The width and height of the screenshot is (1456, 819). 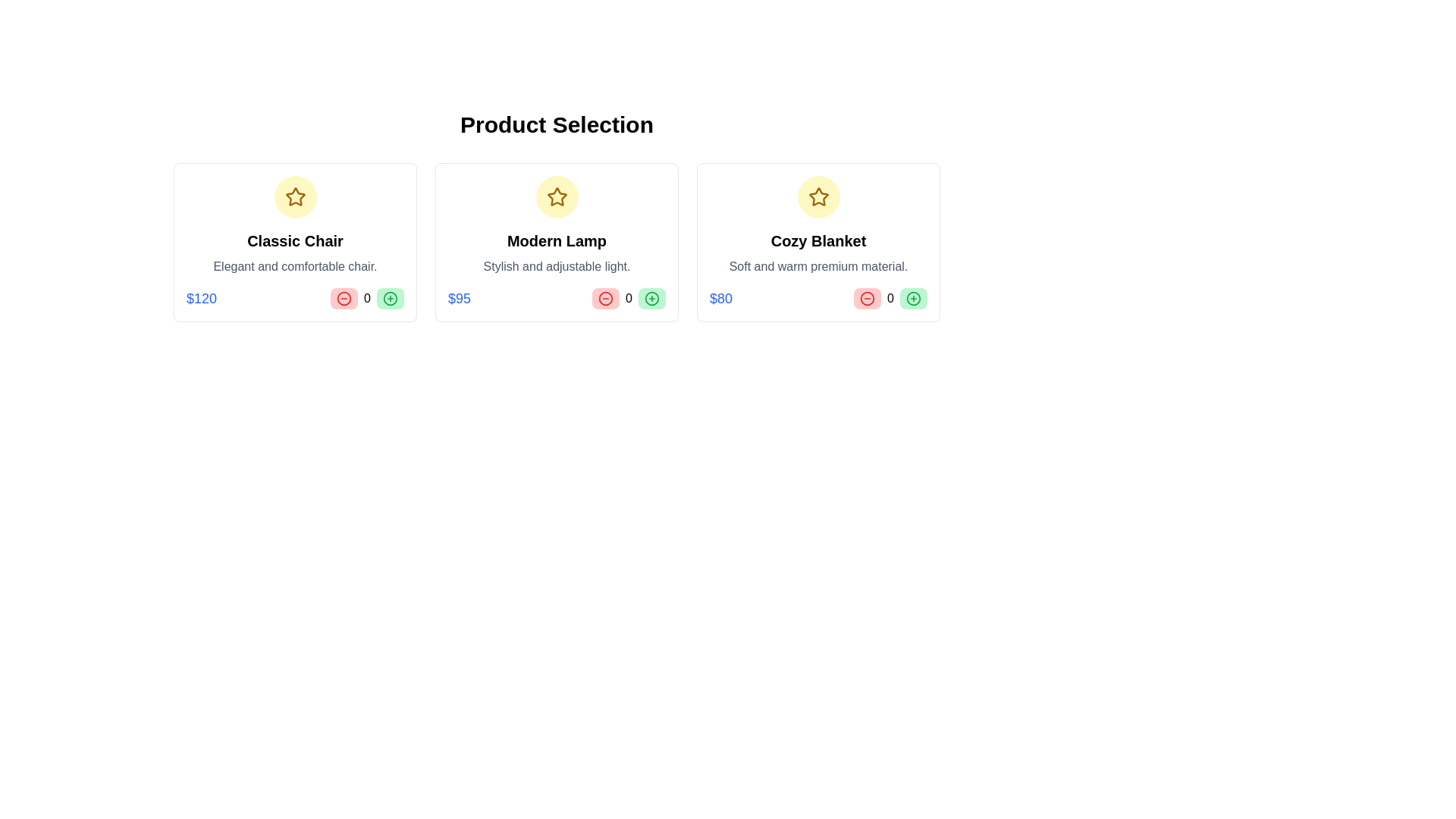 What do you see at coordinates (458, 298) in the screenshot?
I see `the text label displaying '$95' in blue color, which is located within the 'Modern Lamp' product card in the pricing section` at bounding box center [458, 298].